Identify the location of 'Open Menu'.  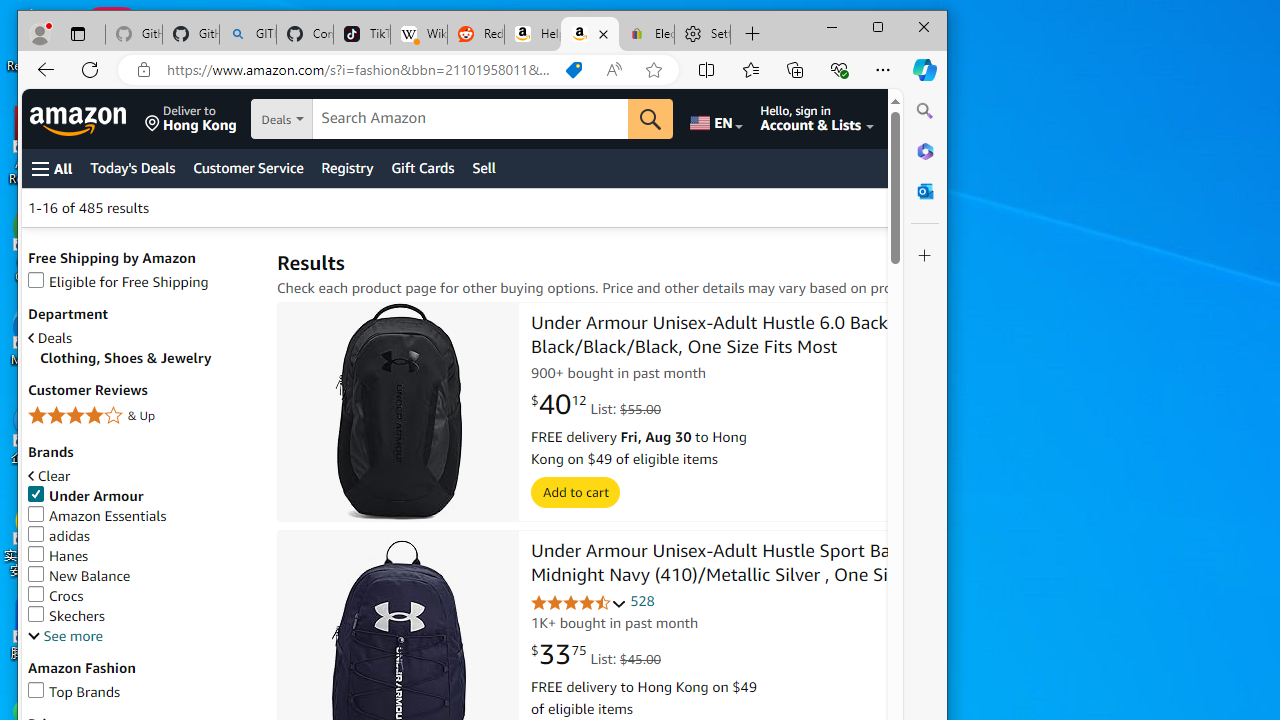
(52, 167).